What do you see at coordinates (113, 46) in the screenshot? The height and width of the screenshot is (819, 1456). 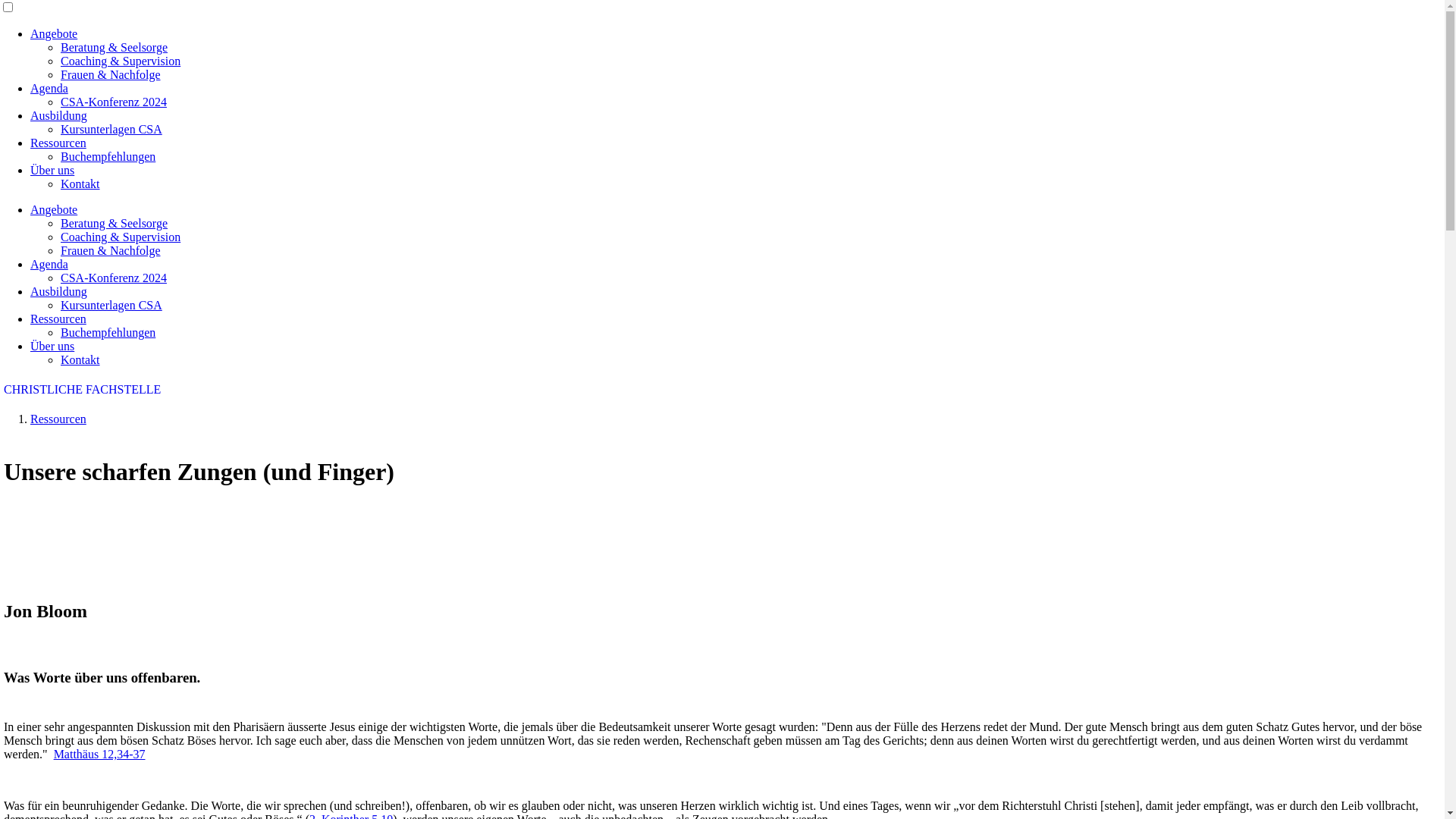 I see `'Beratung & Seelsorge'` at bounding box center [113, 46].